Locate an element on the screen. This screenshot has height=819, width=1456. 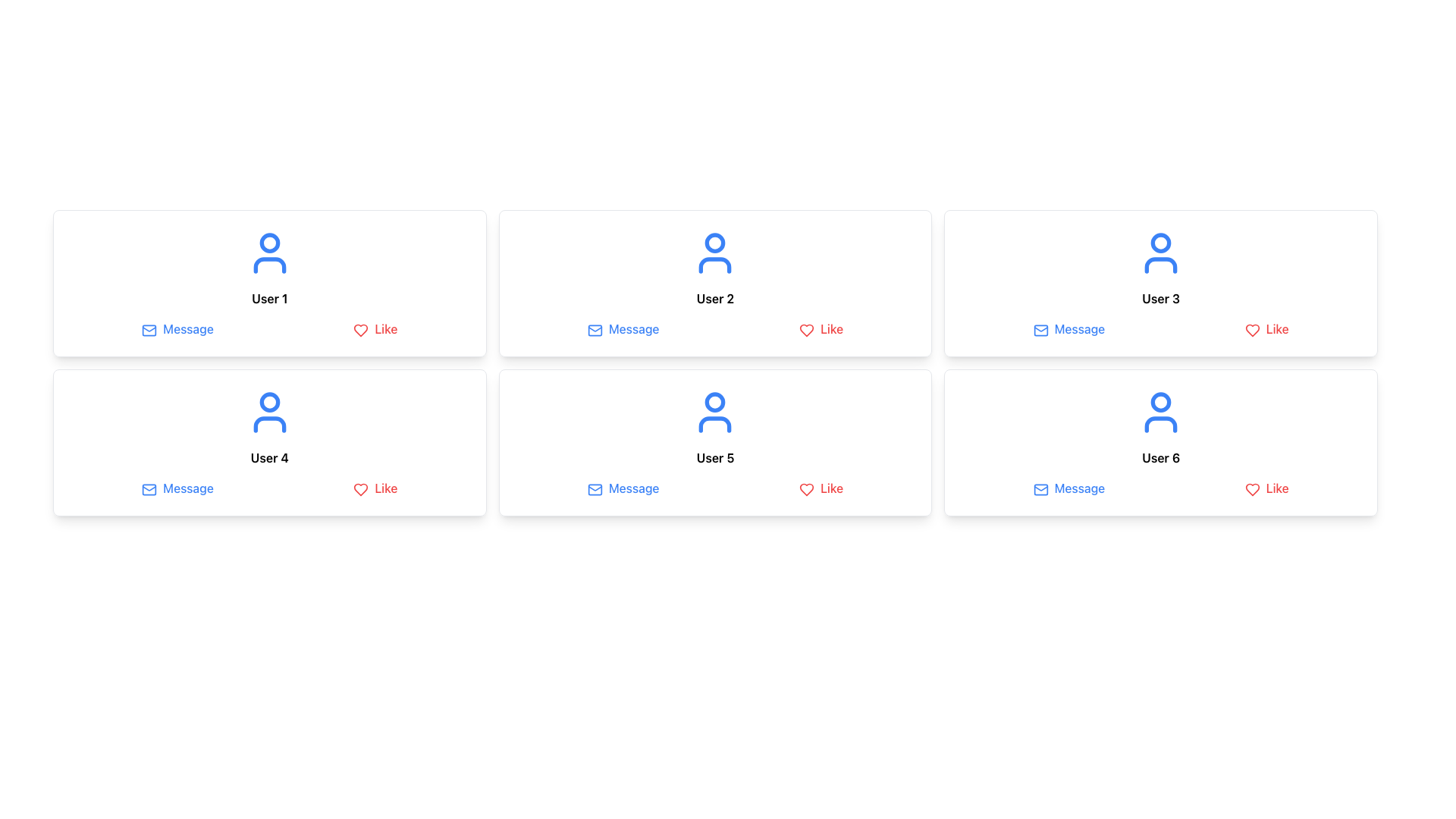
the heart icon located at the bottom-right of the 'User 3' profile card is located at coordinates (1252, 329).